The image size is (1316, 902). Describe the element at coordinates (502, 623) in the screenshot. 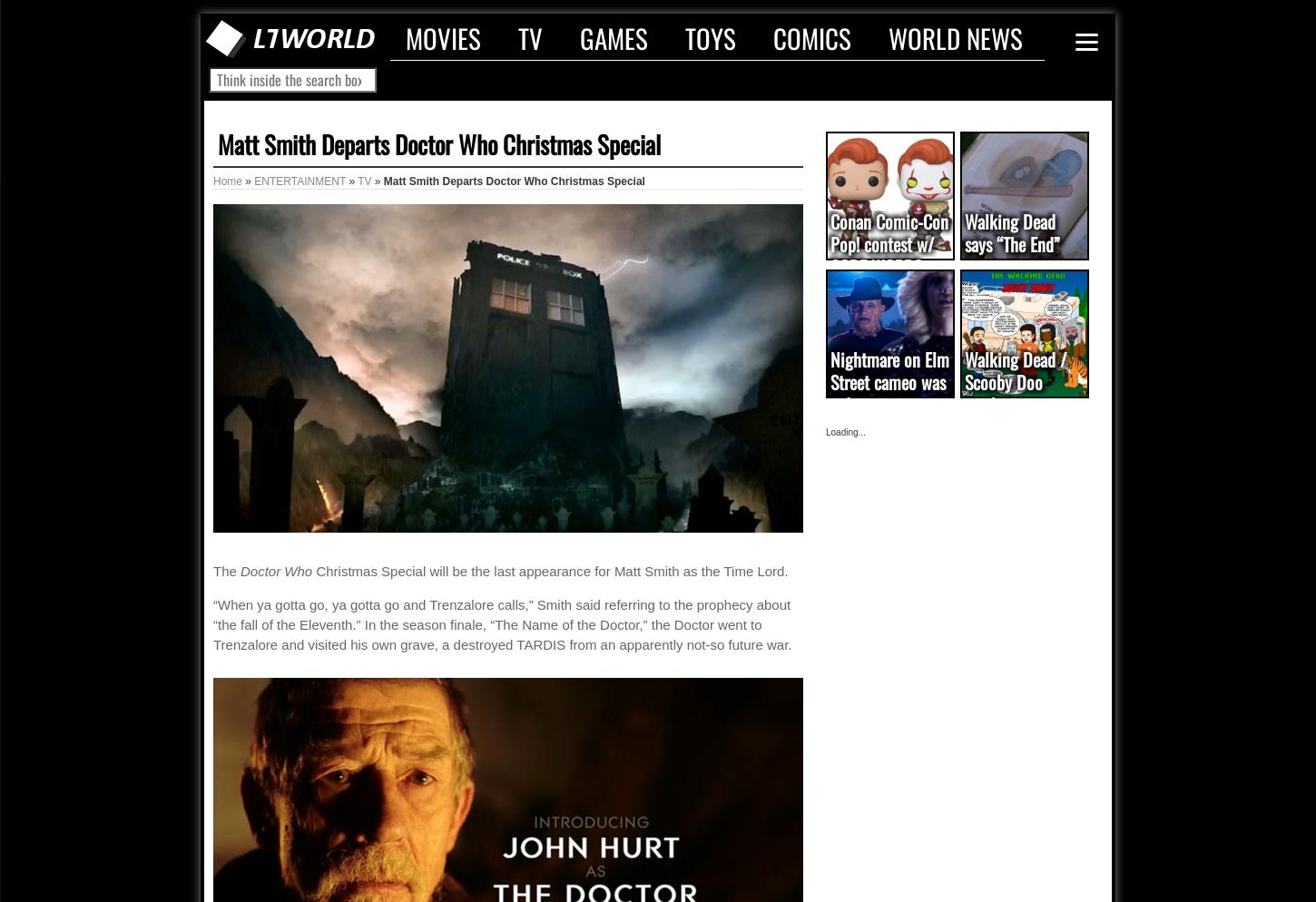

I see `'“When ya gotta go, ya gotta go and Trenzalore calls,” Smith said referring to the prophecy about “the fall of the Eleventh.” In the season finale, “The Name of the Doctor,” the Doctor went to Trenzalore and visited his own grave, a destroyed TARDIS from an apparently not-so future war.'` at that location.